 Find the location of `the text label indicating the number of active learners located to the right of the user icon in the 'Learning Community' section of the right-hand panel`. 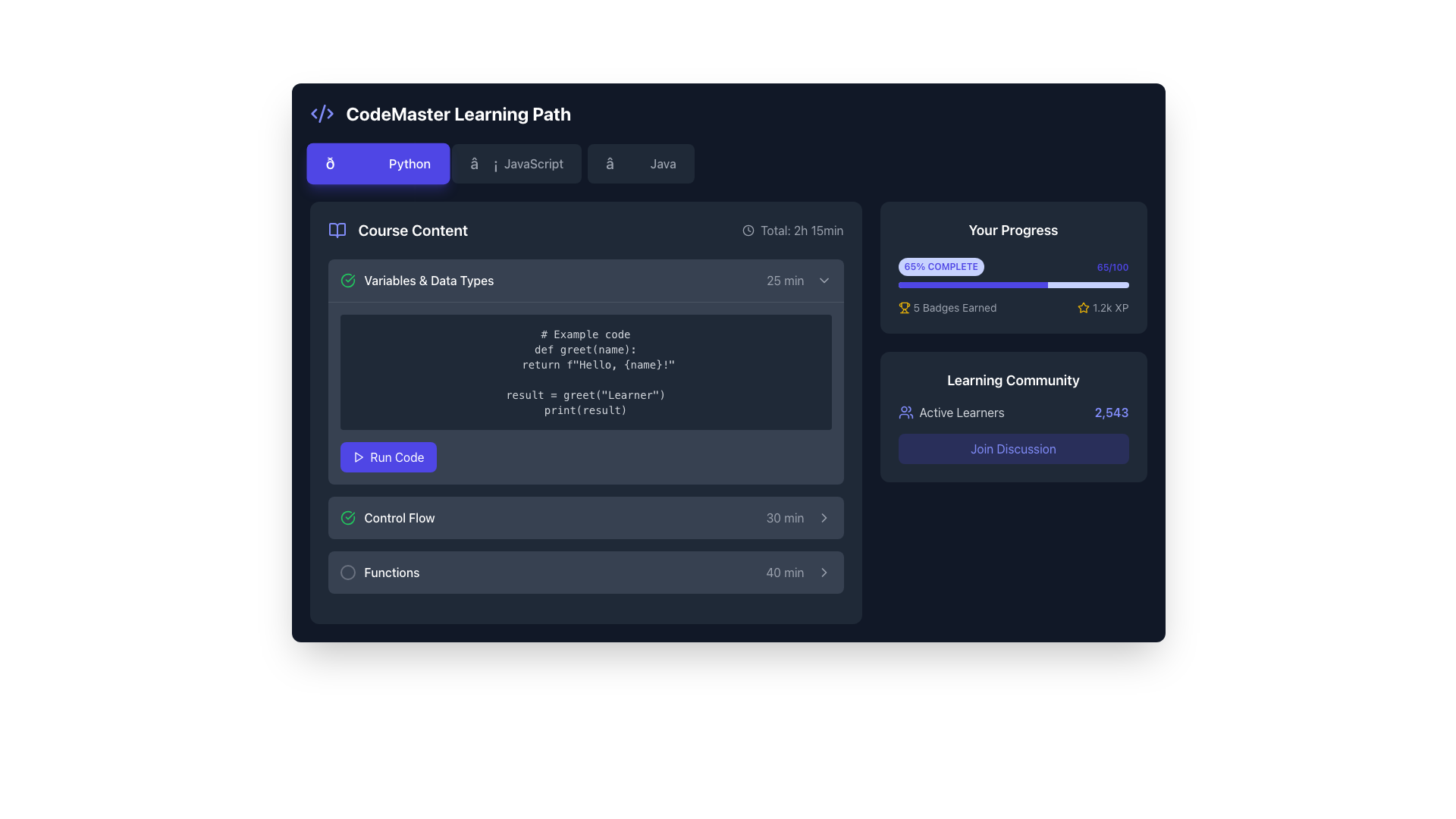

the text label indicating the number of active learners located to the right of the user icon in the 'Learning Community' section of the right-hand panel is located at coordinates (961, 412).